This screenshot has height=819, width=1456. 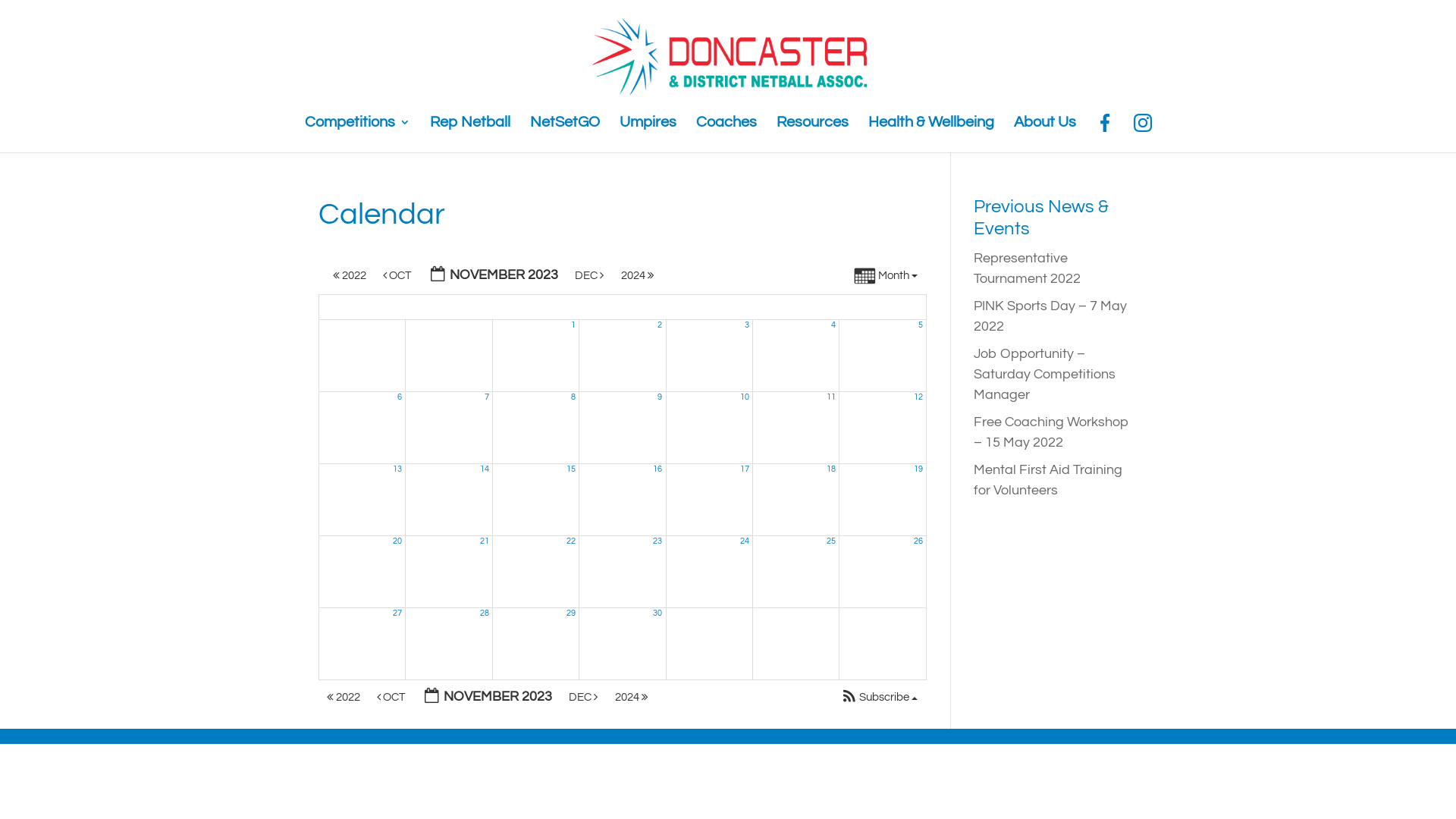 What do you see at coordinates (566, 540) in the screenshot?
I see `'22'` at bounding box center [566, 540].